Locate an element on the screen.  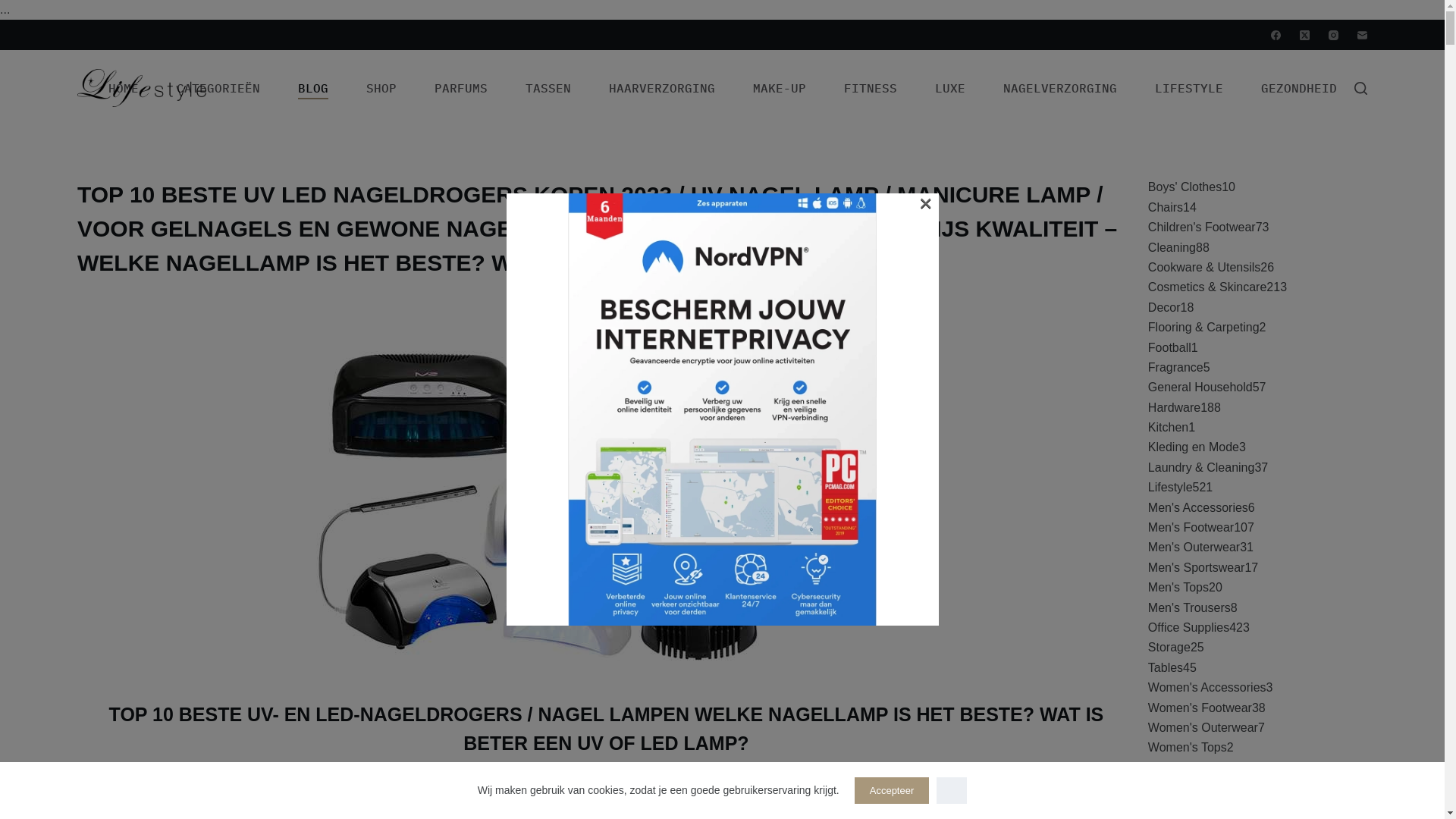
'Cookware & Utensils' is located at coordinates (1203, 266).